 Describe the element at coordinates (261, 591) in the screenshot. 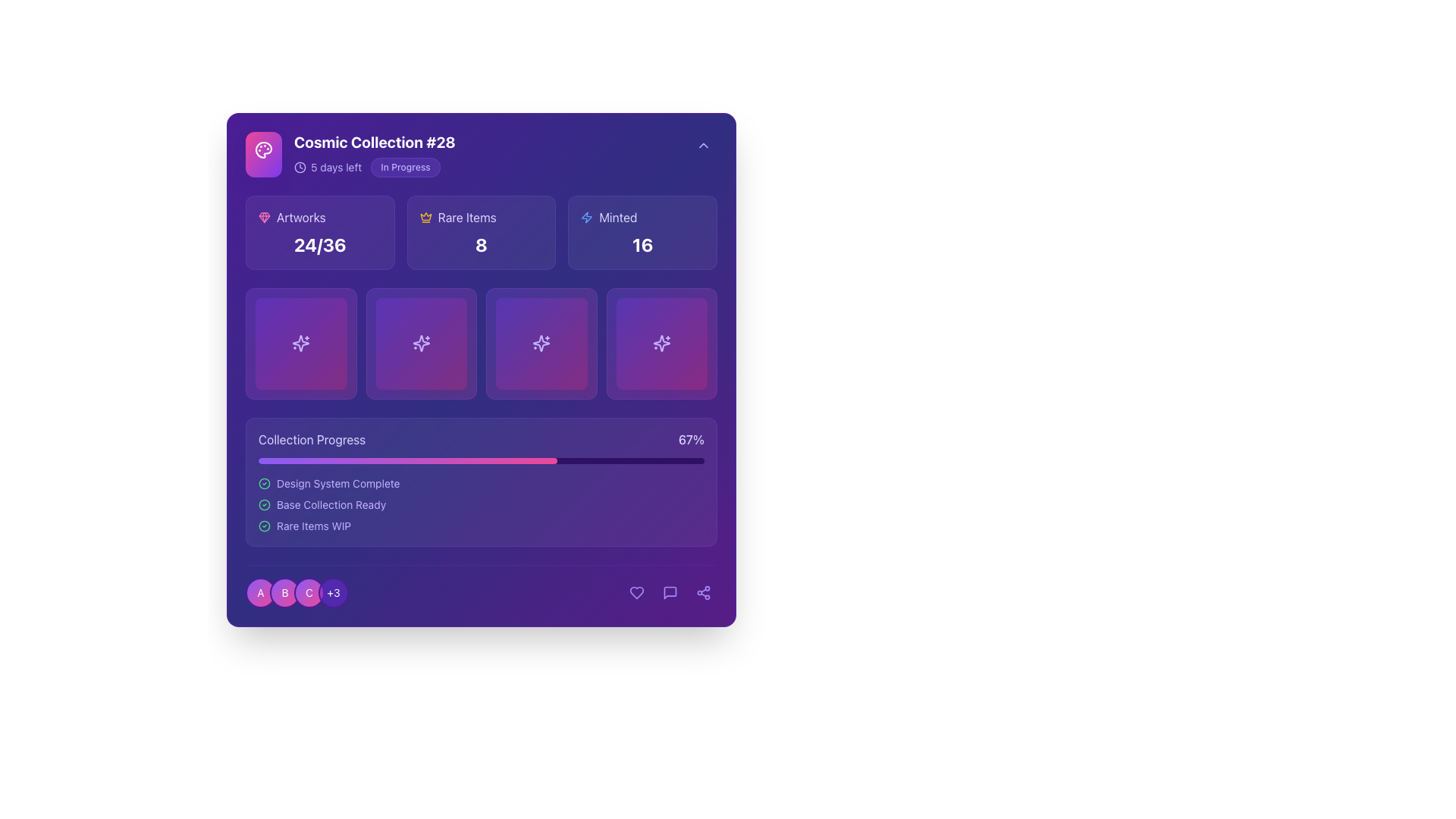

I see `the circular badge featuring the letter 'A' in white, which is positioned at the bottom-left of the interface, bordered by a violet ring and adjacent to the 'B' badge` at that location.